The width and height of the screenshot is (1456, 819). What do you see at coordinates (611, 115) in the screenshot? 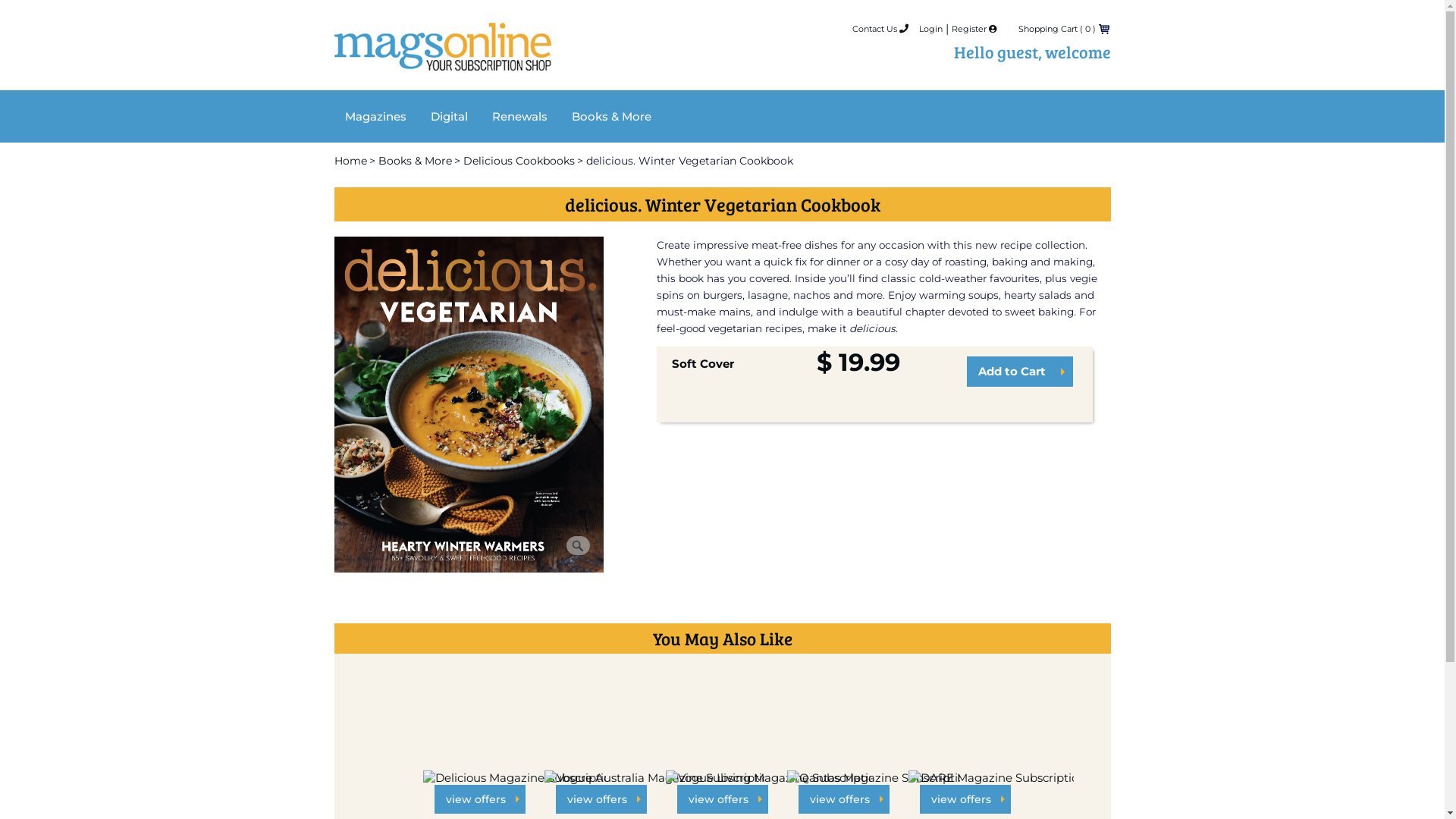
I see `'Books & More'` at bounding box center [611, 115].